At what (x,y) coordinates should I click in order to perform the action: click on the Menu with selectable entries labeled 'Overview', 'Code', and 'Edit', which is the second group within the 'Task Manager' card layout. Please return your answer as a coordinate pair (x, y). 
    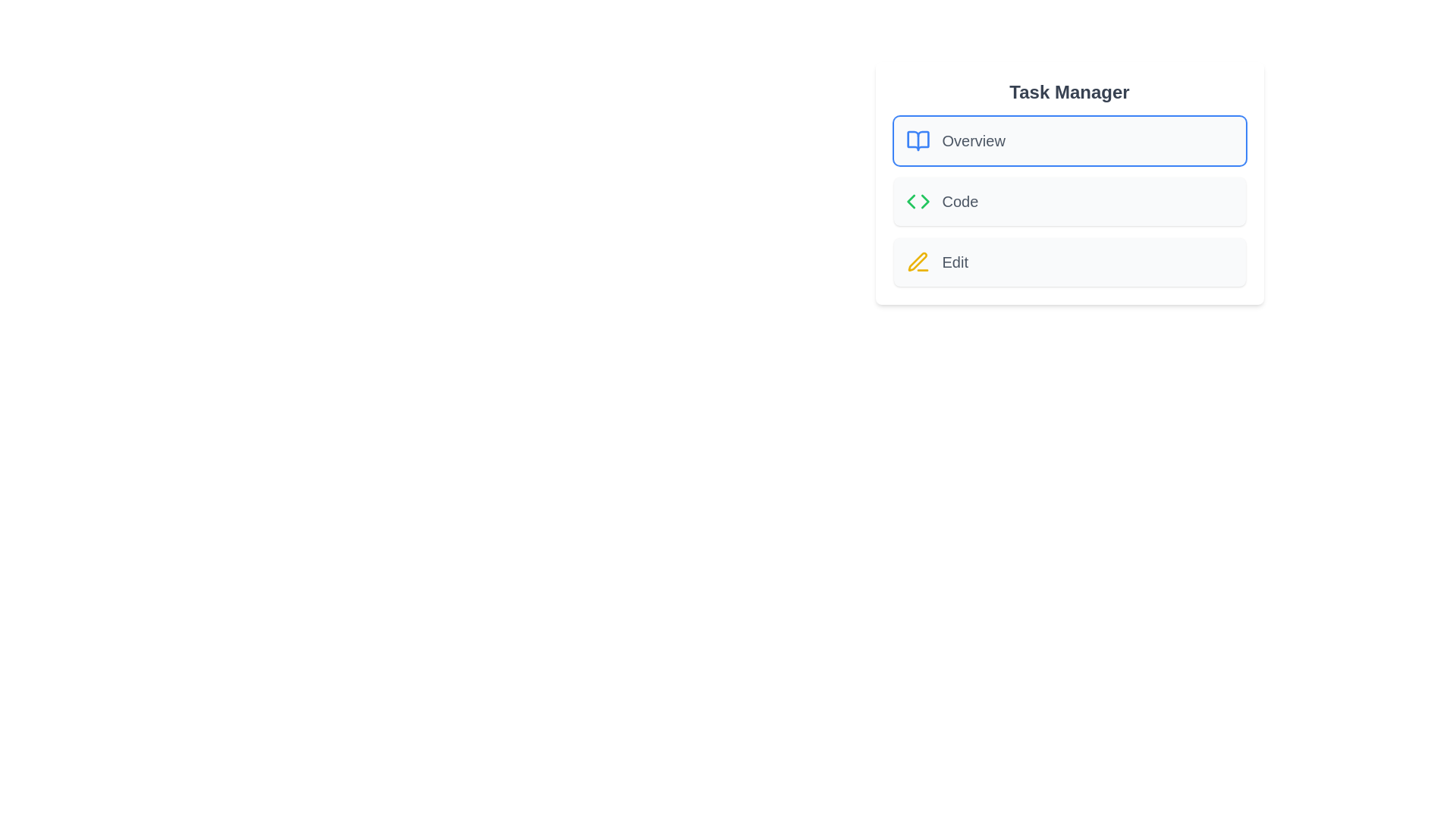
    Looking at the image, I should click on (1068, 201).